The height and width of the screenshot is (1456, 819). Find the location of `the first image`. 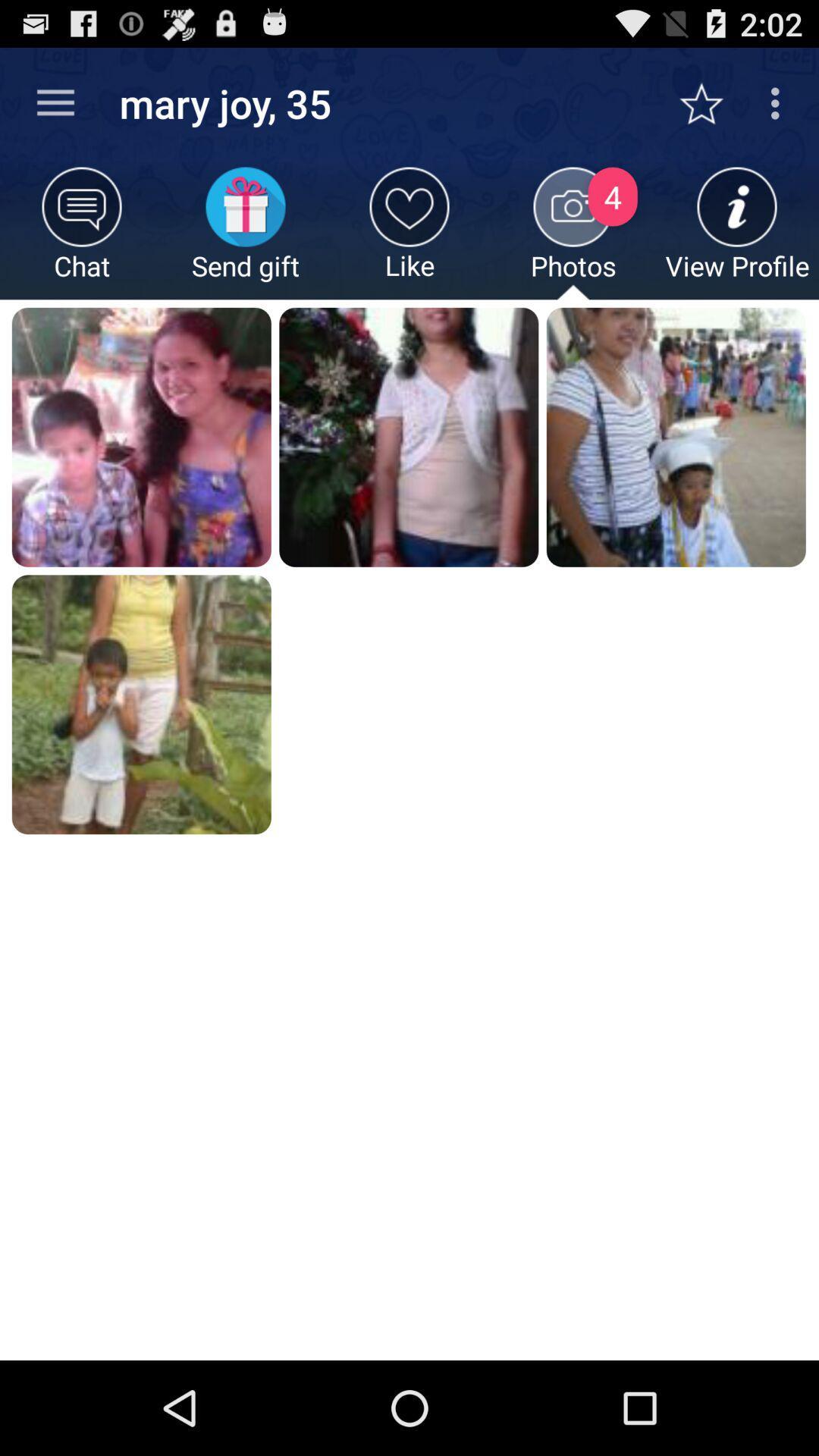

the first image is located at coordinates (141, 436).